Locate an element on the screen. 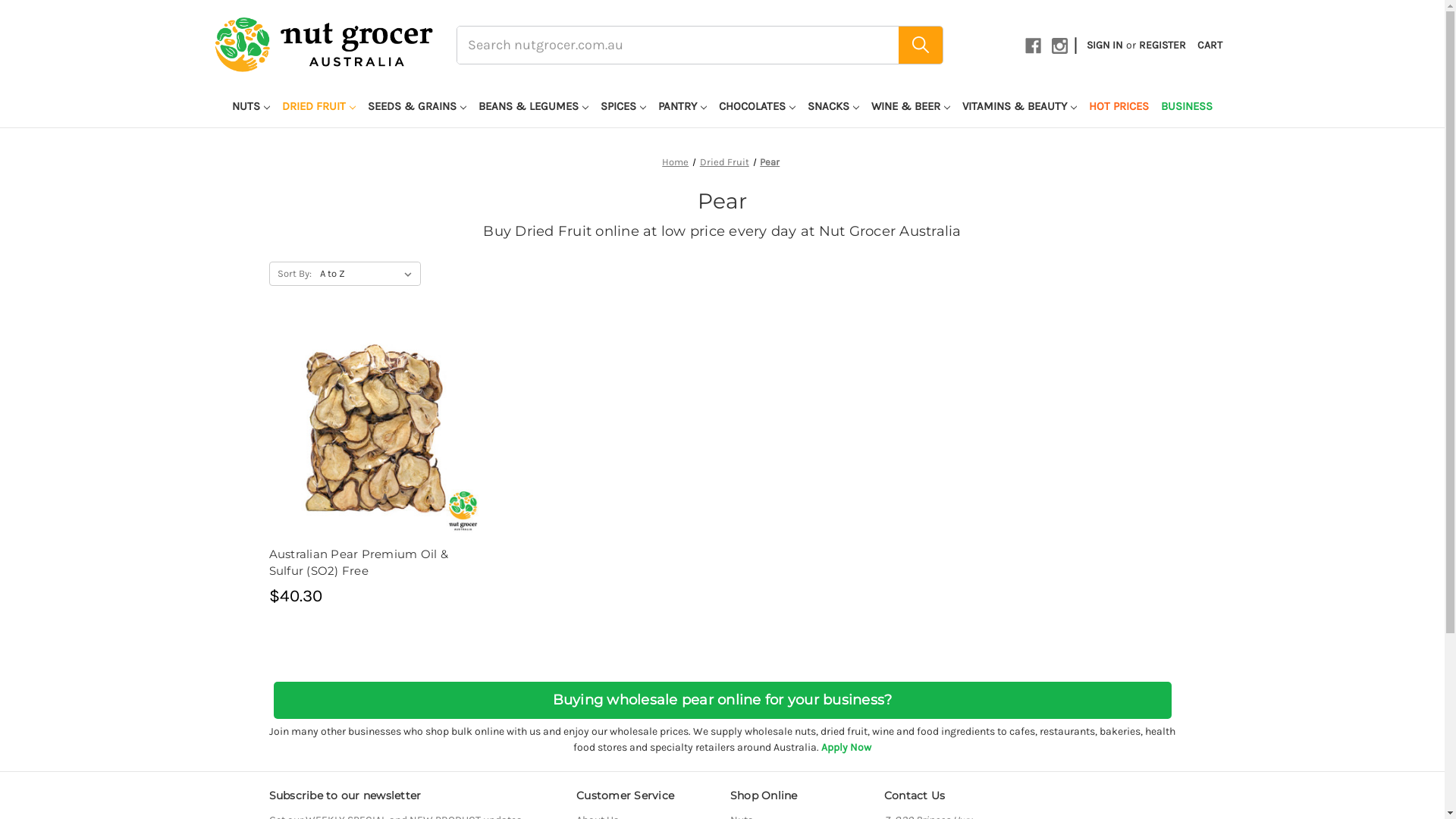  'Apply Now' is located at coordinates (821, 746).